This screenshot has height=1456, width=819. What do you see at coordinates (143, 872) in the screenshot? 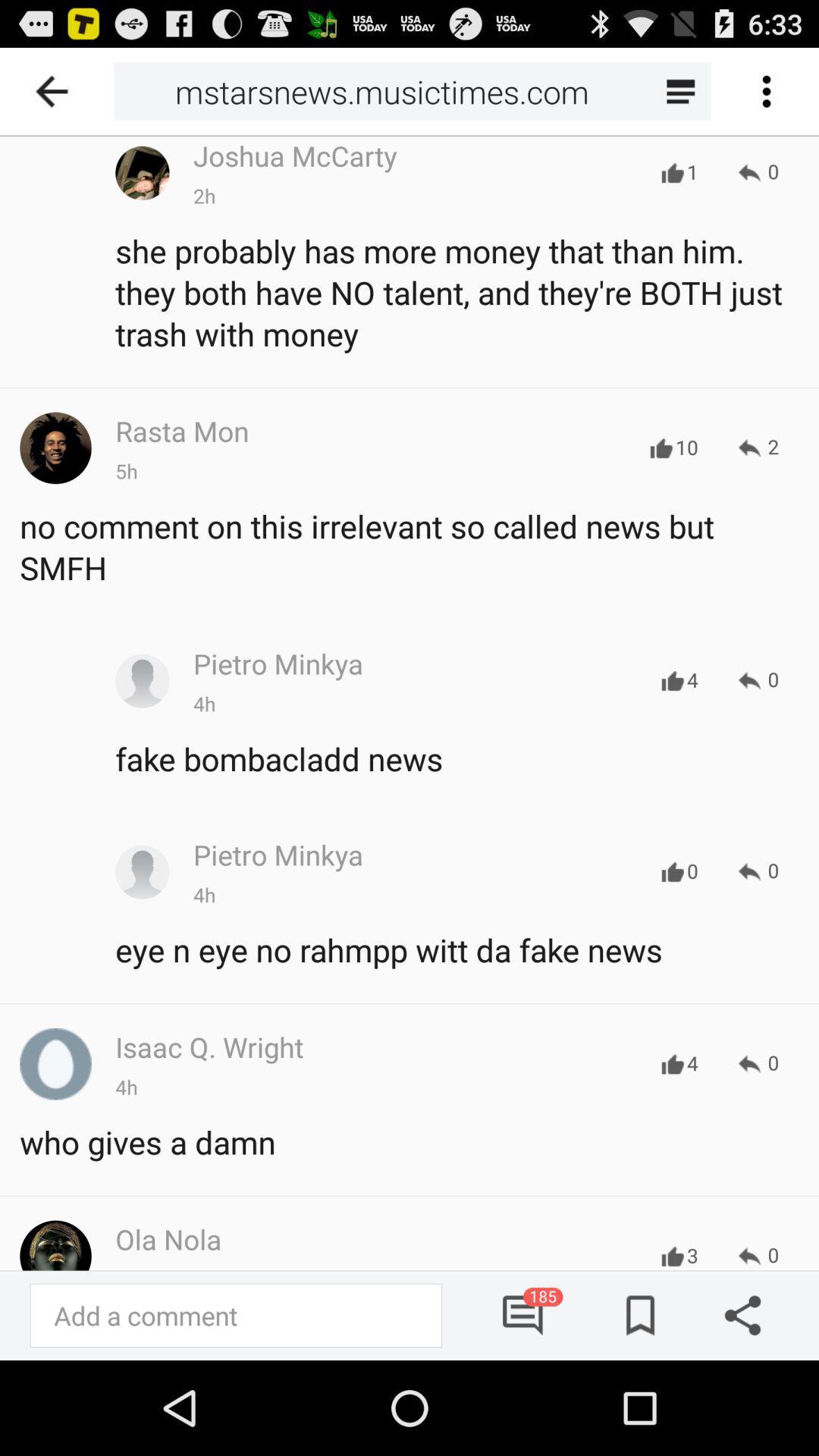
I see `profile image under the text fake bombacladd news` at bounding box center [143, 872].